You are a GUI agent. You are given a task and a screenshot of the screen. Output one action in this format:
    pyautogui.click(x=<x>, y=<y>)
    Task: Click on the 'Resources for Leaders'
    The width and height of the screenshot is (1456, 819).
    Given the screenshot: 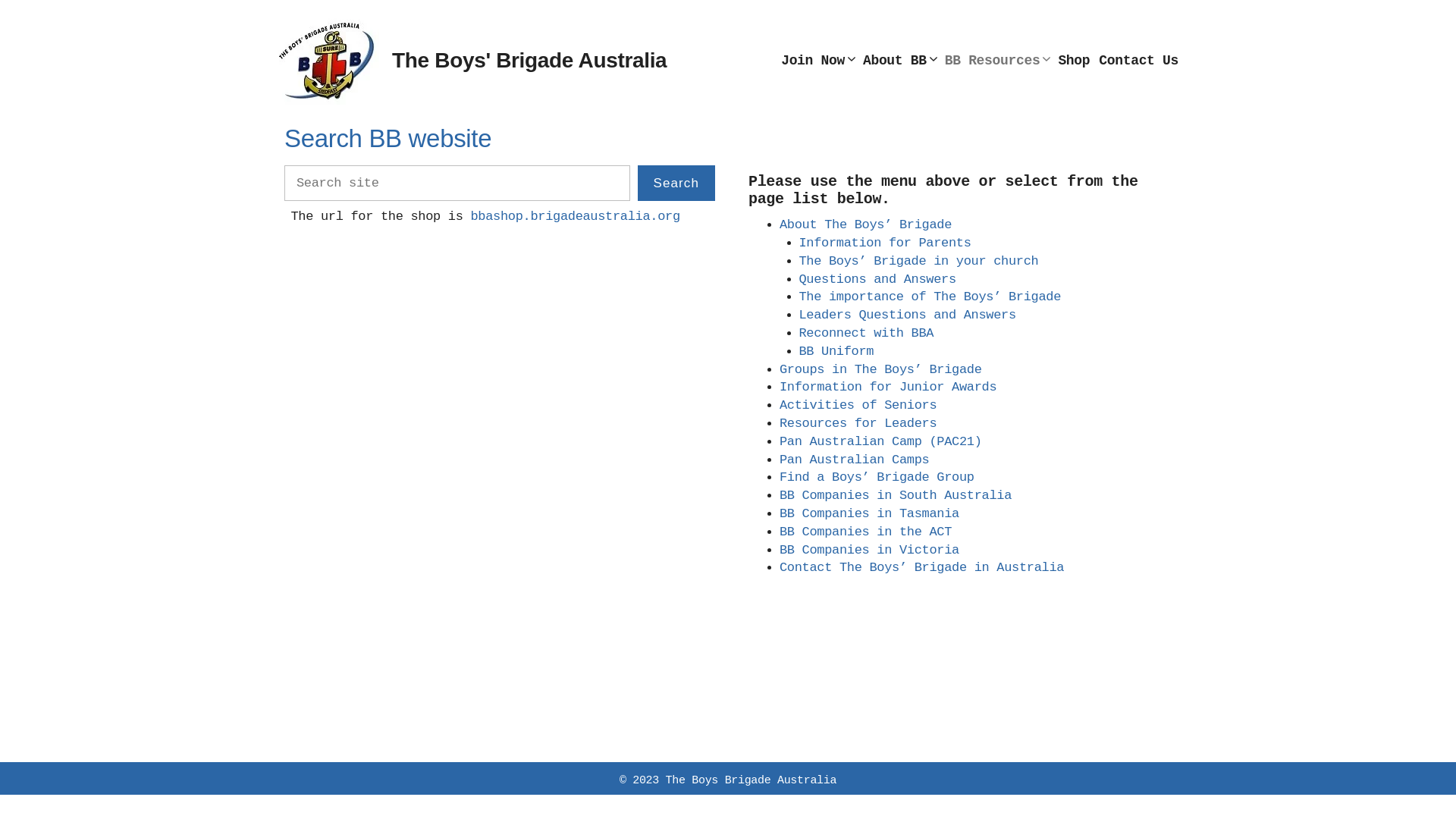 What is the action you would take?
    pyautogui.click(x=858, y=423)
    